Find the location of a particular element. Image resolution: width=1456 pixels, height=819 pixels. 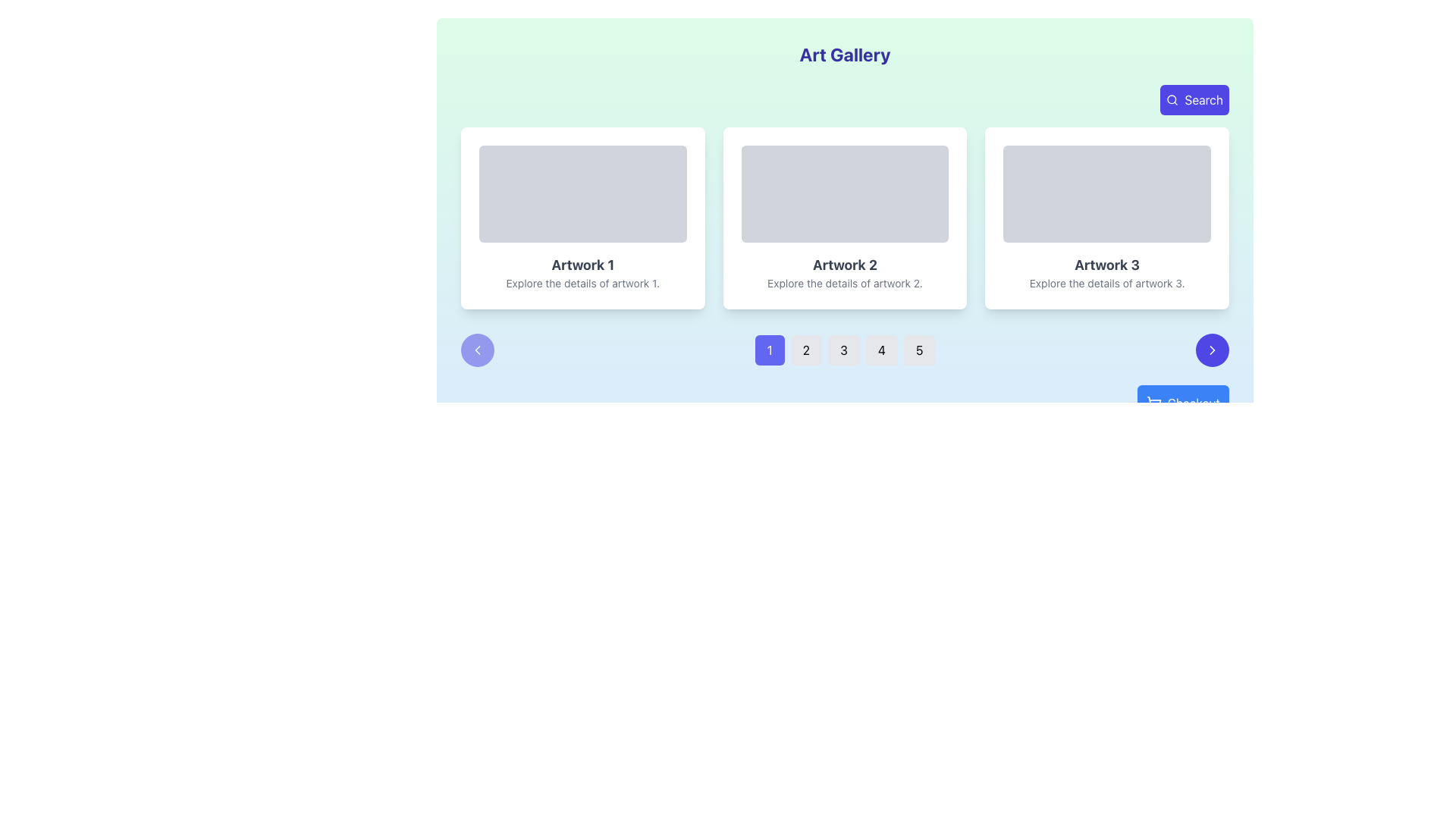

the fourth button styled as a rounded rectangle with a light gray background and dark text displaying the number '4' to change its background color is located at coordinates (881, 350).